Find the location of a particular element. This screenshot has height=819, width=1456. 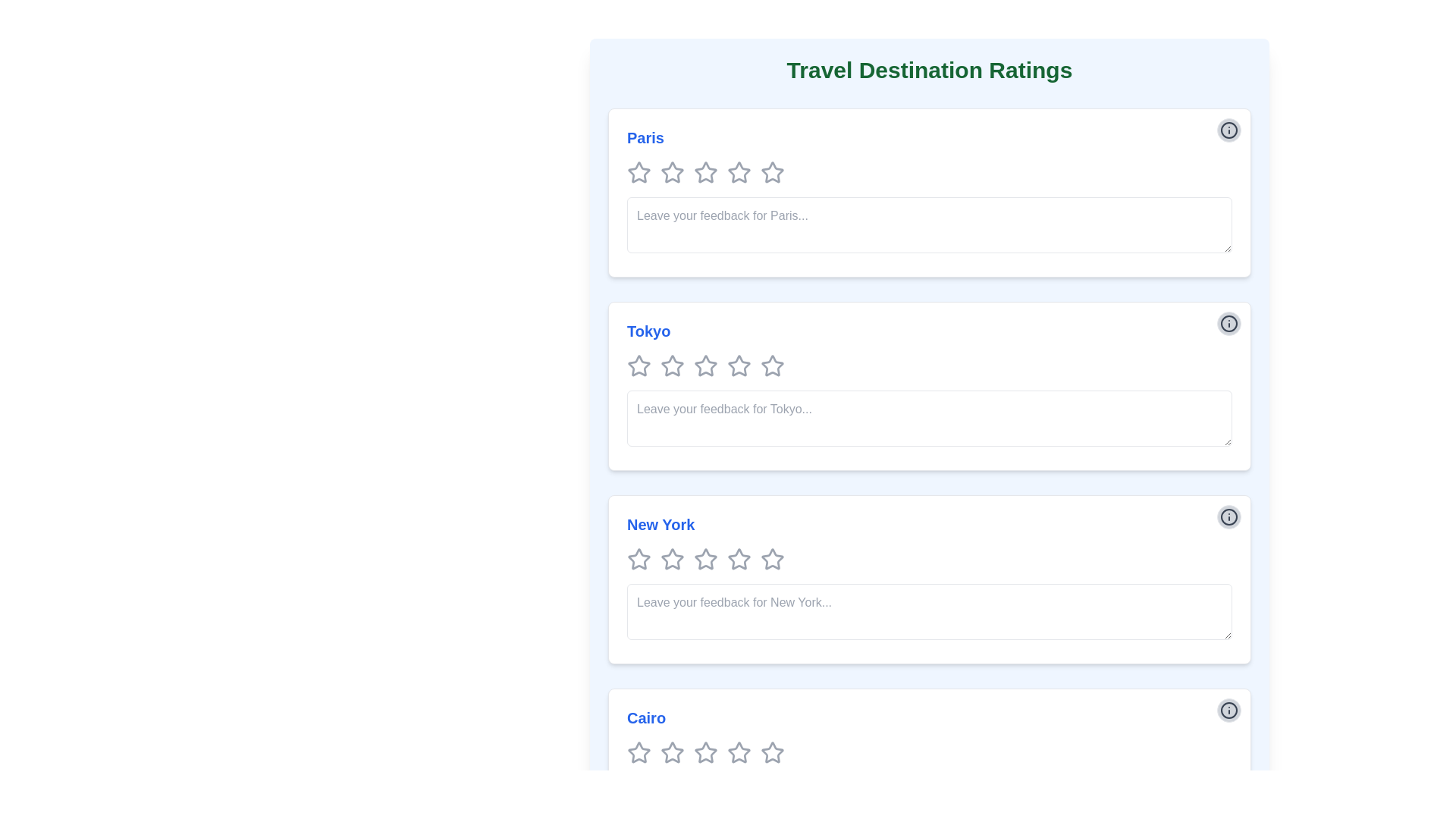

the second star icon in the rating widget for 'Paris' is located at coordinates (705, 171).